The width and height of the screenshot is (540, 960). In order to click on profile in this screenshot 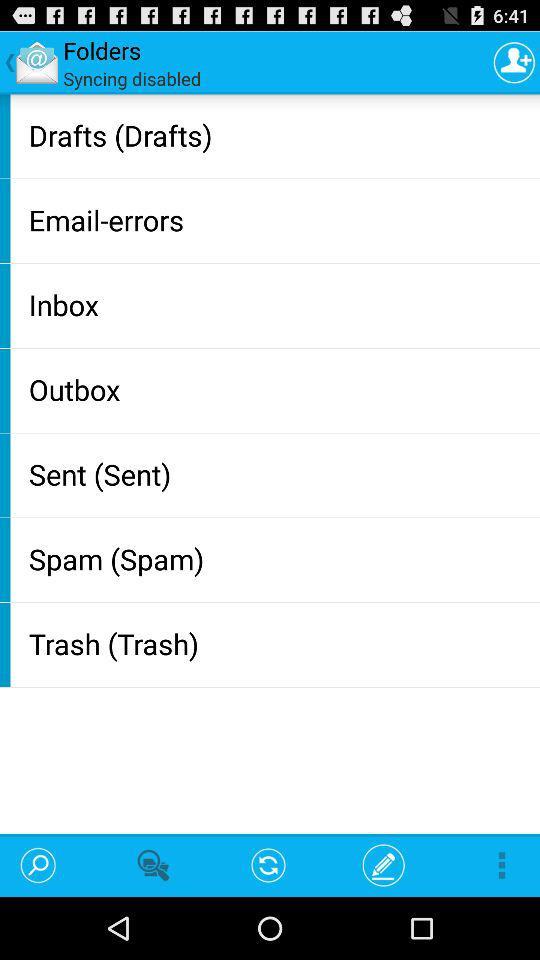, I will do `click(514, 62)`.